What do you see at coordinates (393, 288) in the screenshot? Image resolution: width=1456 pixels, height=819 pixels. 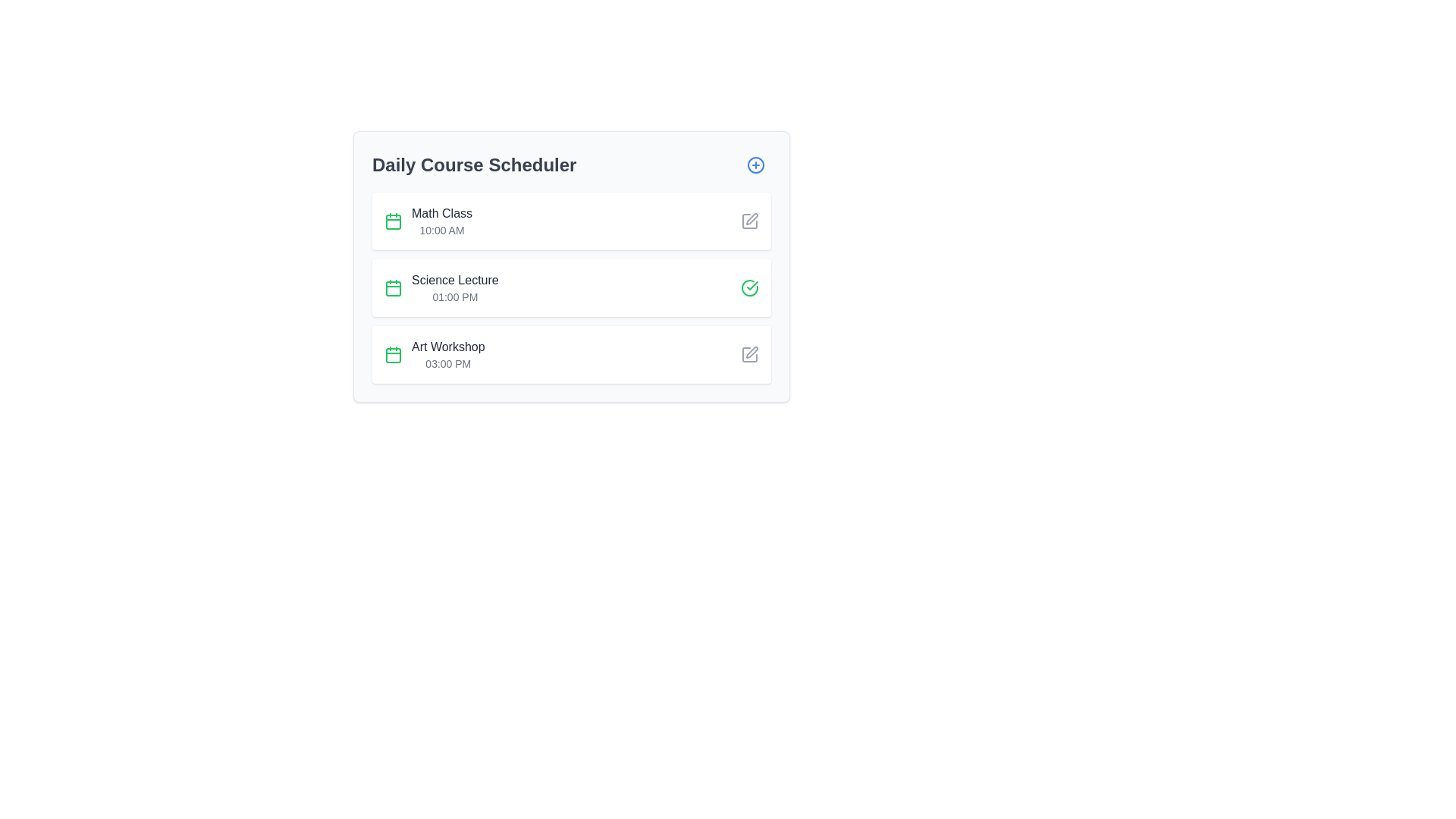 I see `the calendar icon representing the event 'Science Lecture', located at the leftmost part of the row displaying the event details` at bounding box center [393, 288].